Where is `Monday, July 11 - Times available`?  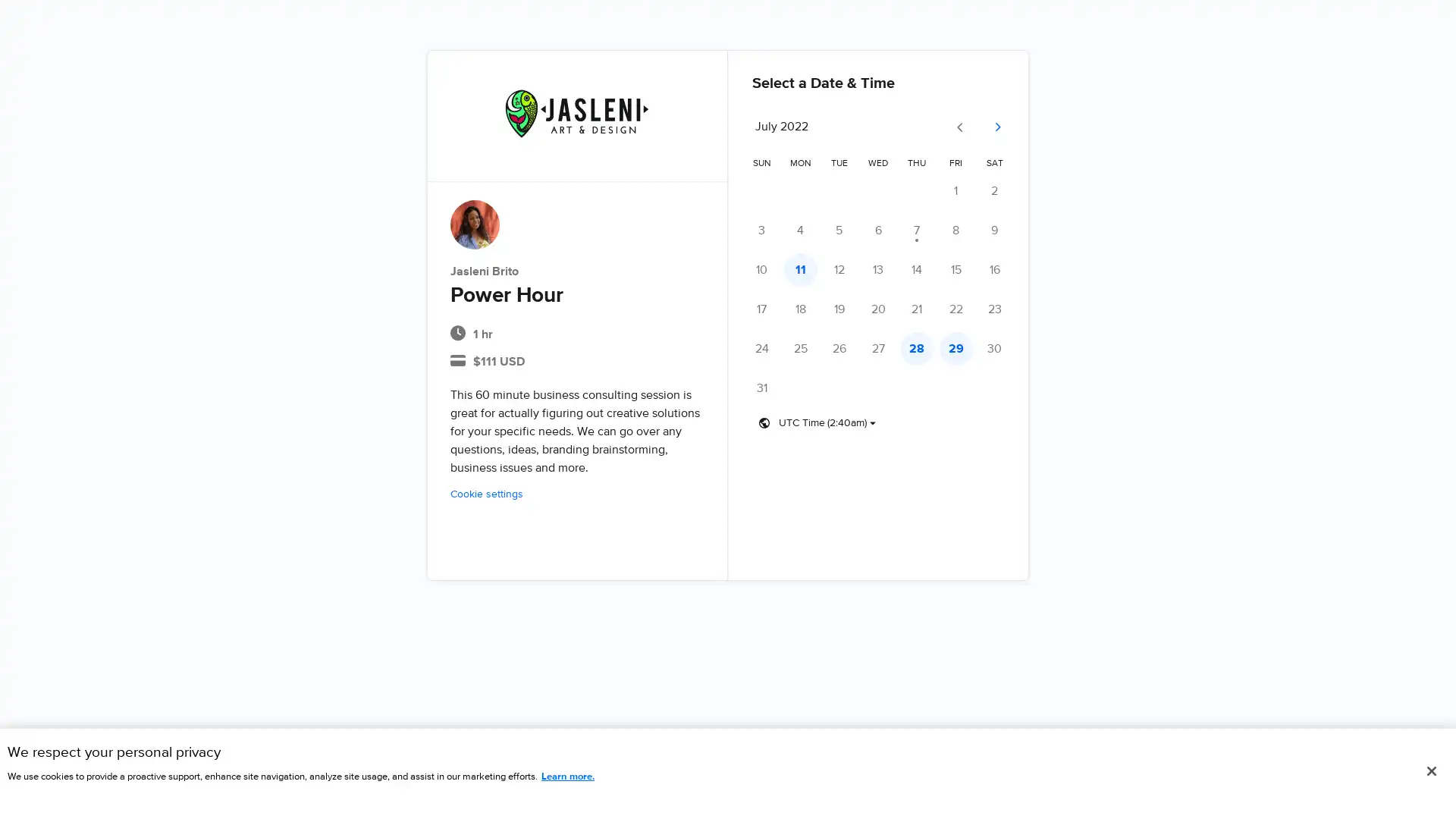 Monday, July 11 - Times available is located at coordinates (800, 268).